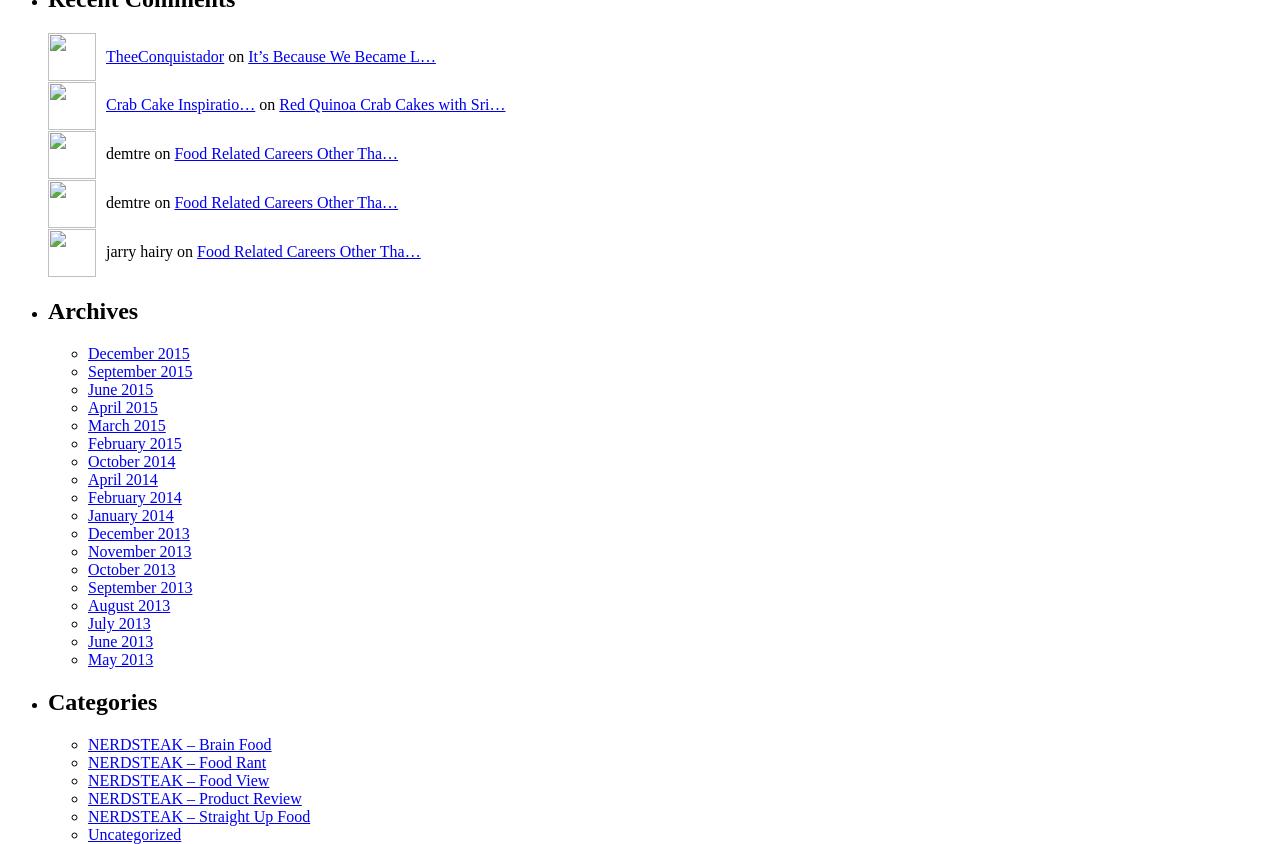 The width and height of the screenshot is (1280, 844). Describe the element at coordinates (125, 423) in the screenshot. I see `'March 2015'` at that location.